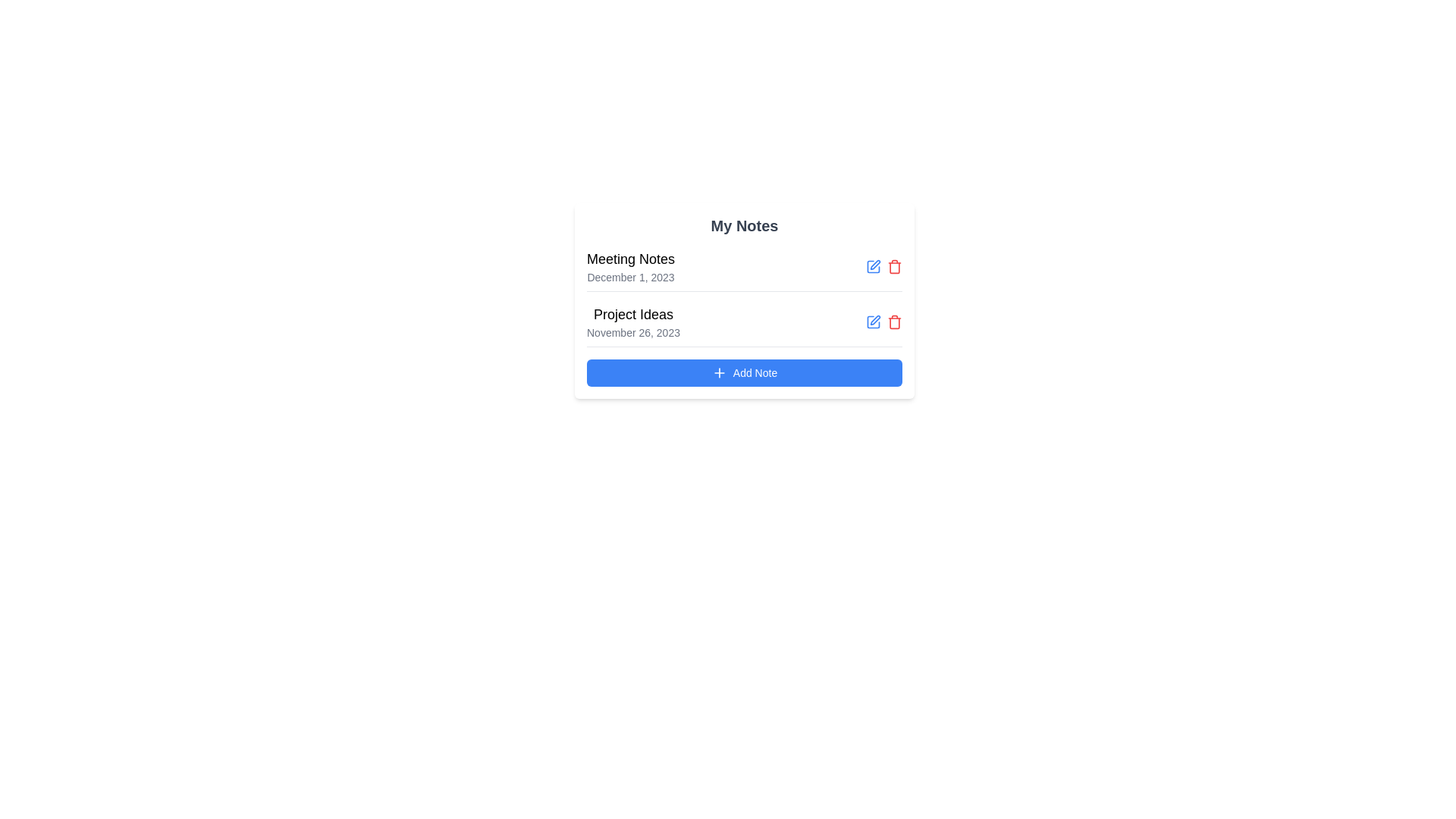  I want to click on the edit icon button located to the right of the 'Meeting Notes' entry in the 'My Notes' section, so click(874, 265).